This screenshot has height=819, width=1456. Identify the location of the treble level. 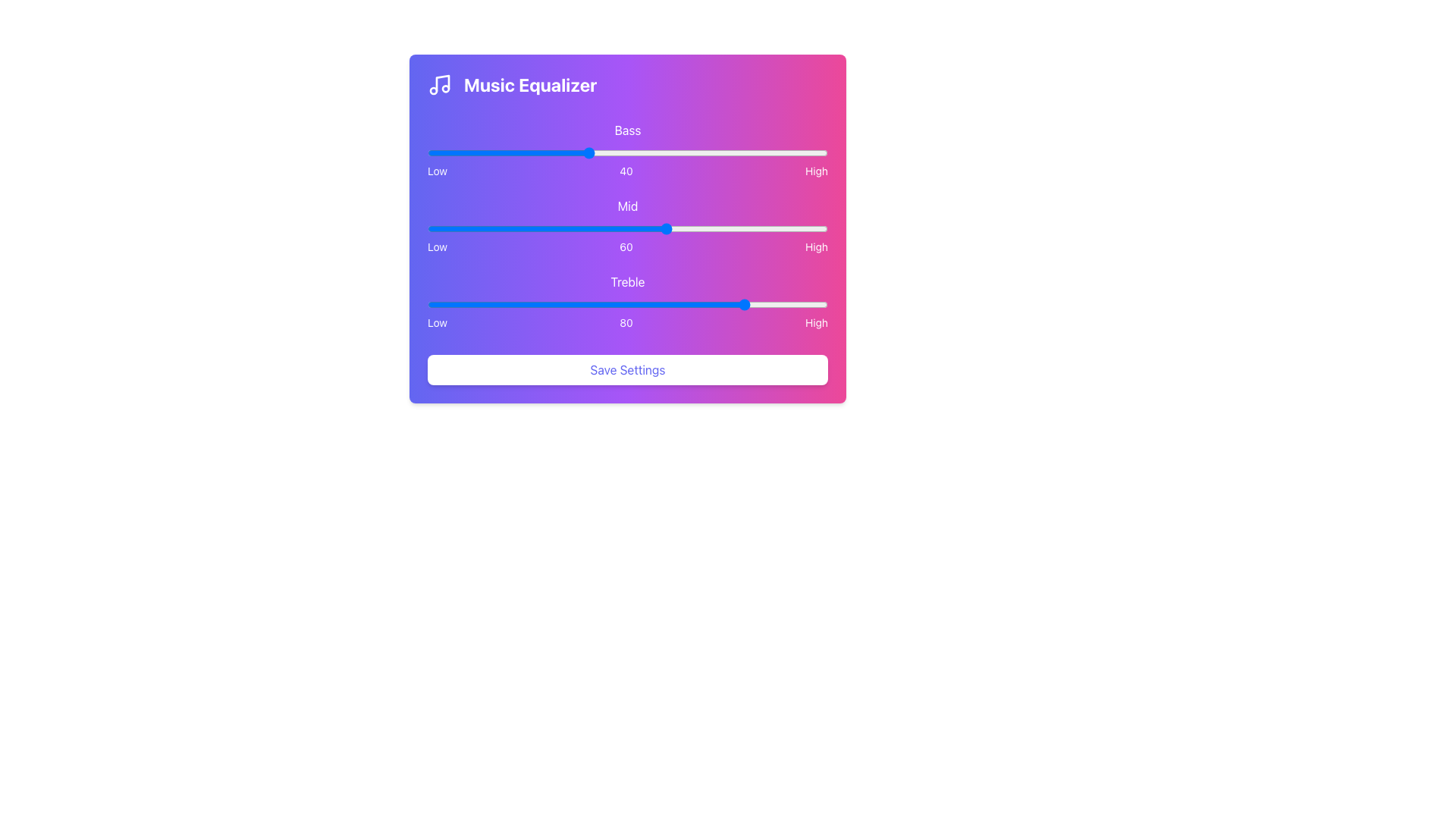
(607, 304).